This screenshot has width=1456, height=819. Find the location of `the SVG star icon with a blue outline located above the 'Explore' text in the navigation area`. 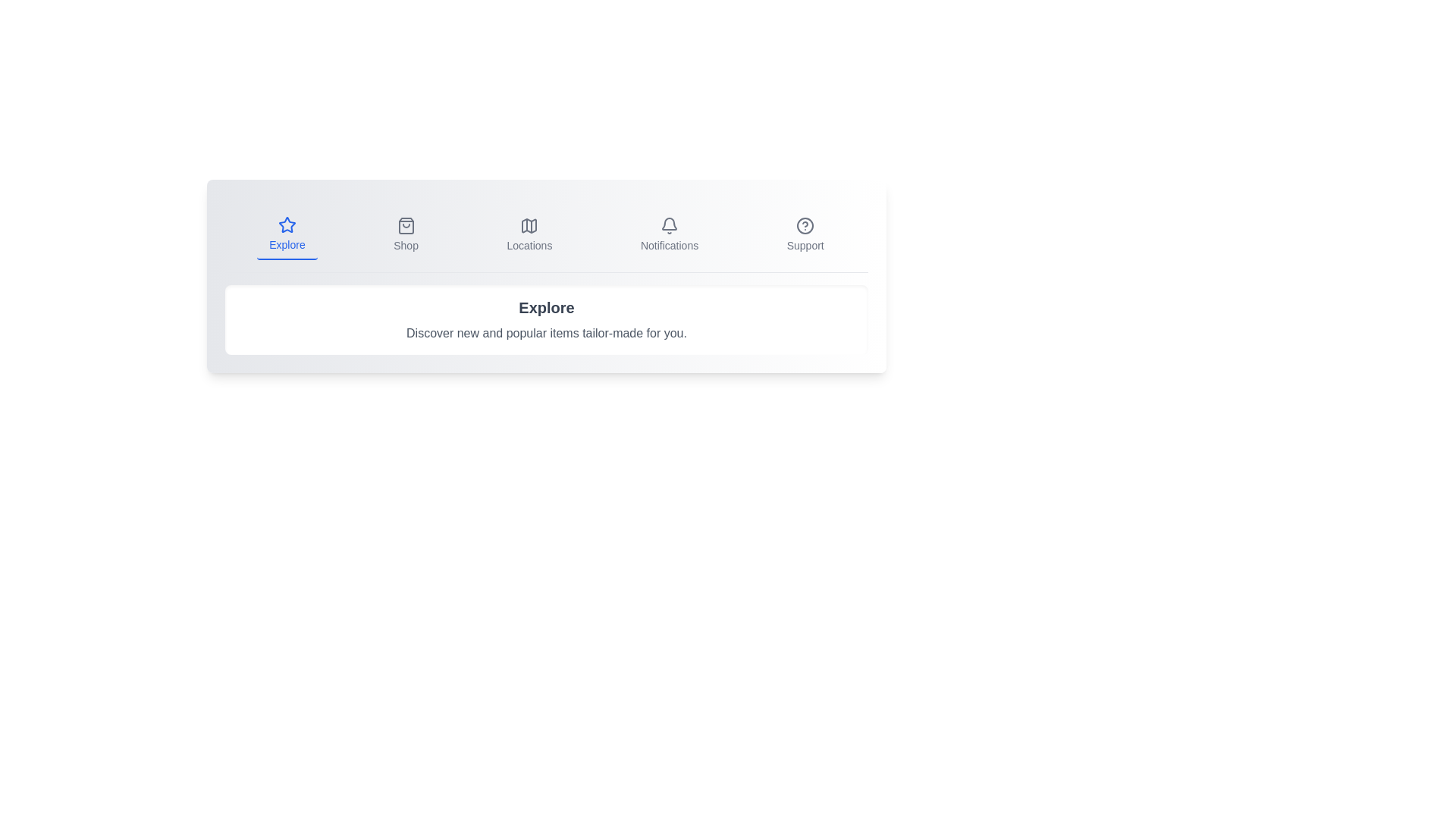

the SVG star icon with a blue outline located above the 'Explore' text in the navigation area is located at coordinates (287, 225).